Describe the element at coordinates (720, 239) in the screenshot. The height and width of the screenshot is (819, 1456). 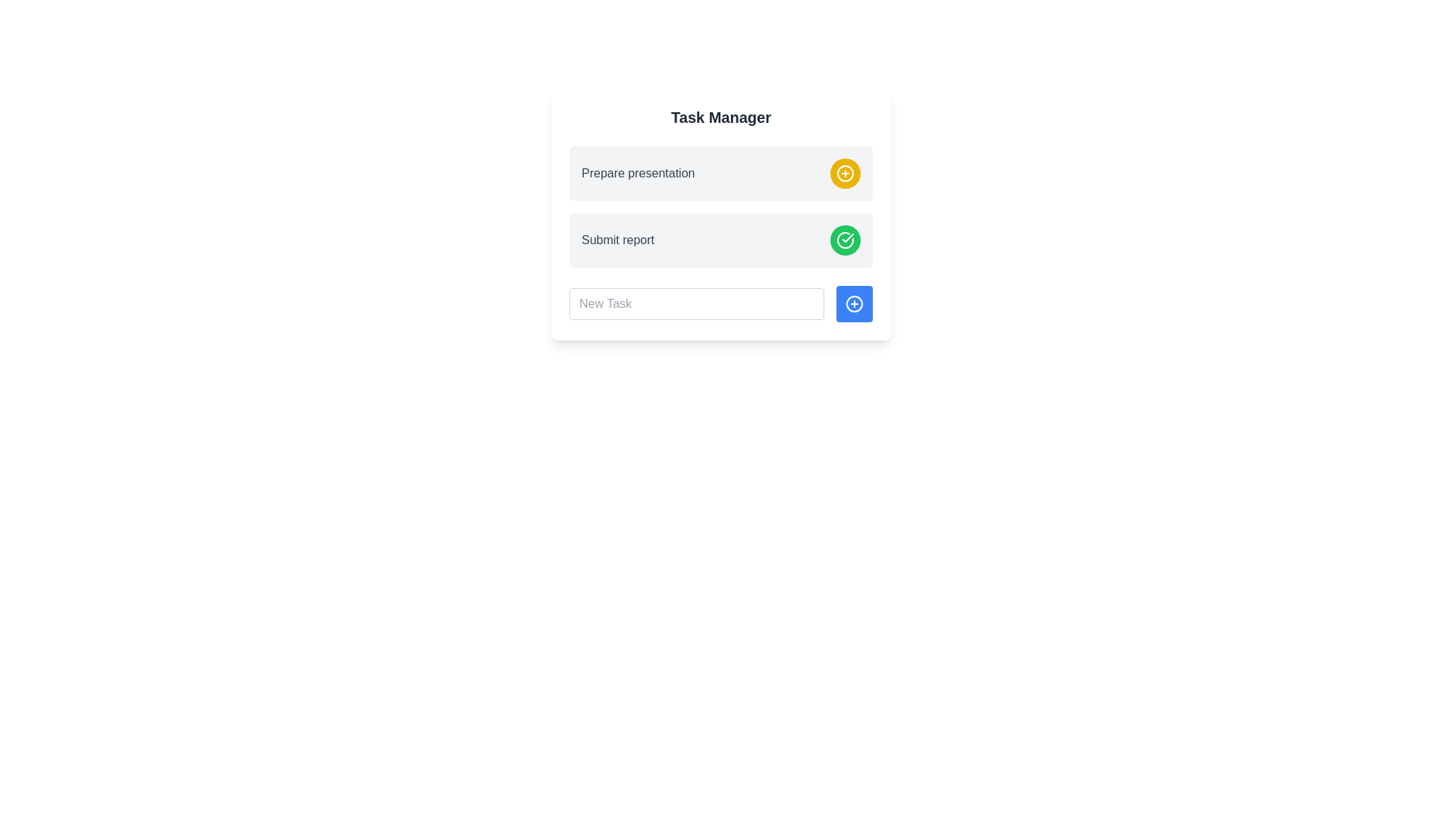
I see `the task item labeled 'Submit report'` at that location.